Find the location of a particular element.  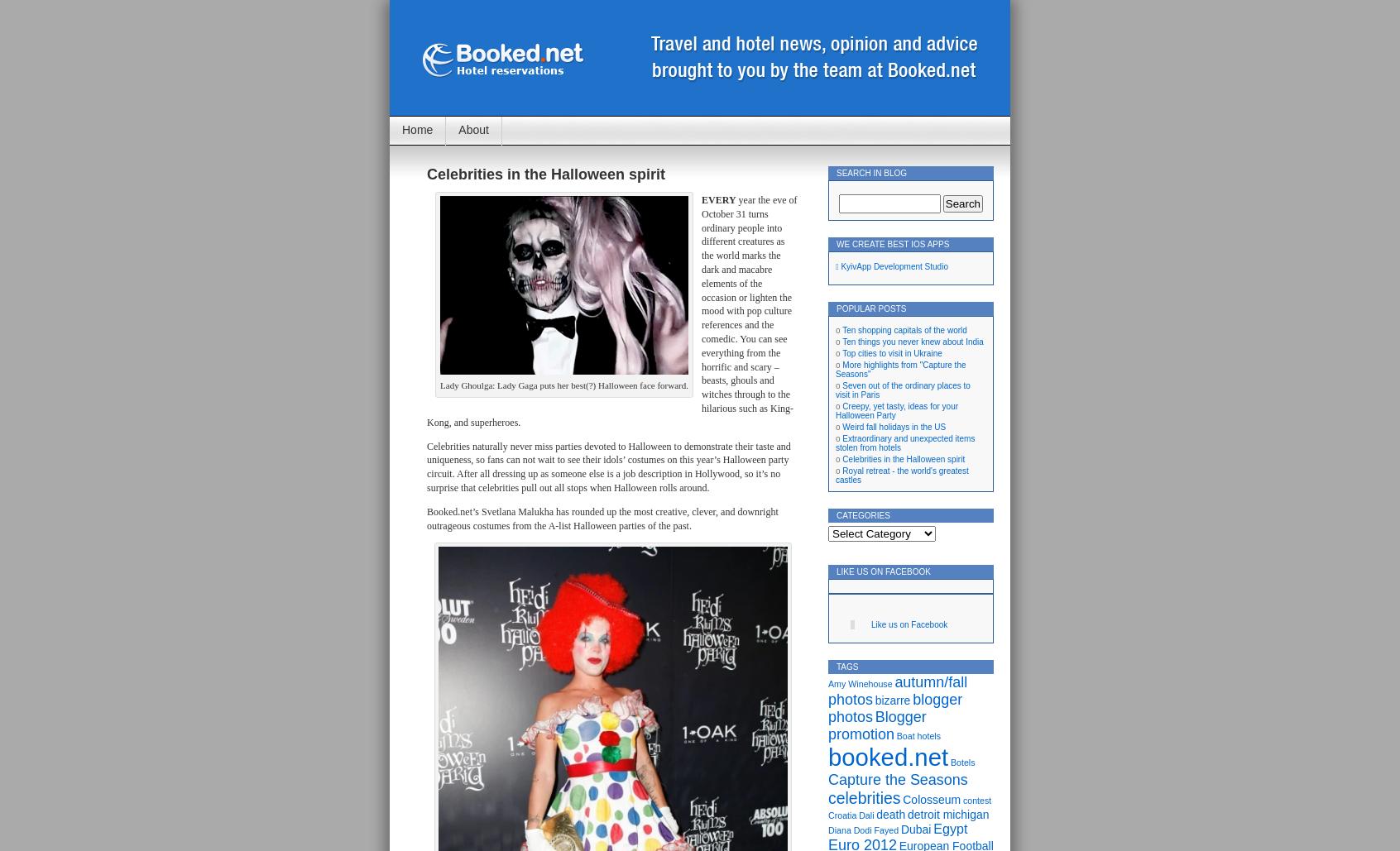

'Ten things you never knew about India' is located at coordinates (913, 341).